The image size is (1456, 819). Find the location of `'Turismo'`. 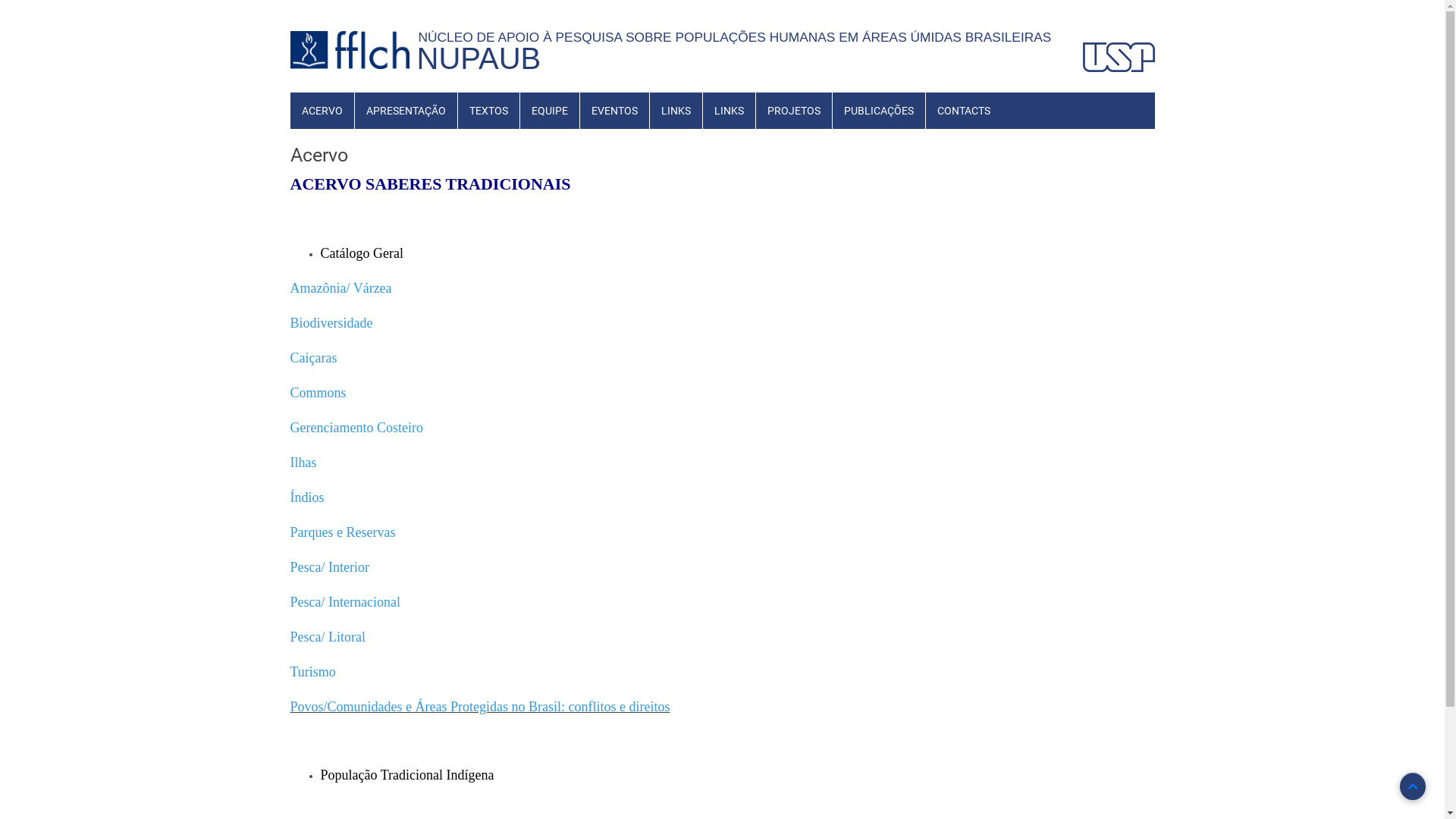

'Turismo' is located at coordinates (312, 671).